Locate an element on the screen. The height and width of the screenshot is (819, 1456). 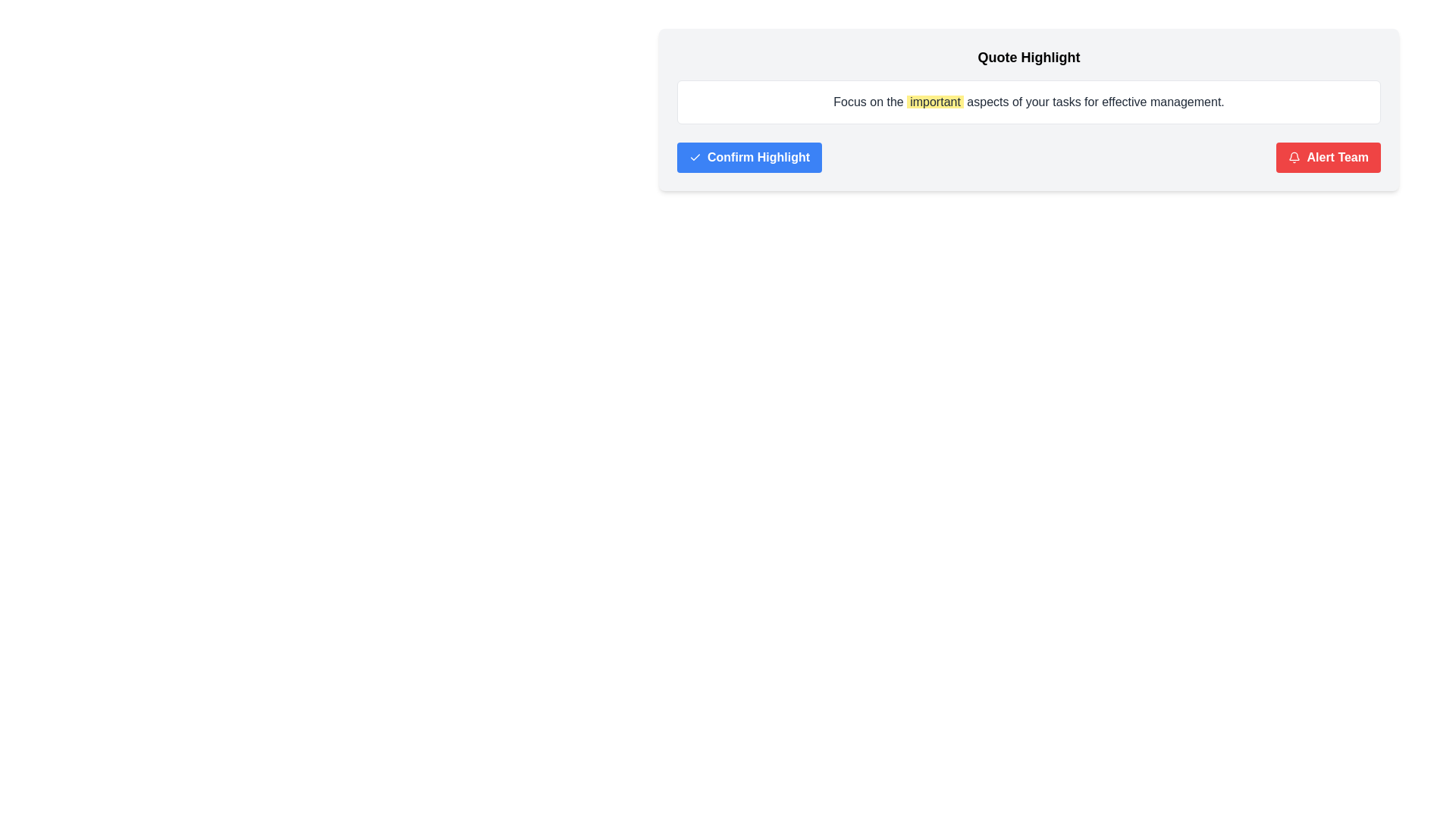
the checkmark icon located to the left side within the blue button labeled 'Confirm Highlight' is located at coordinates (694, 158).